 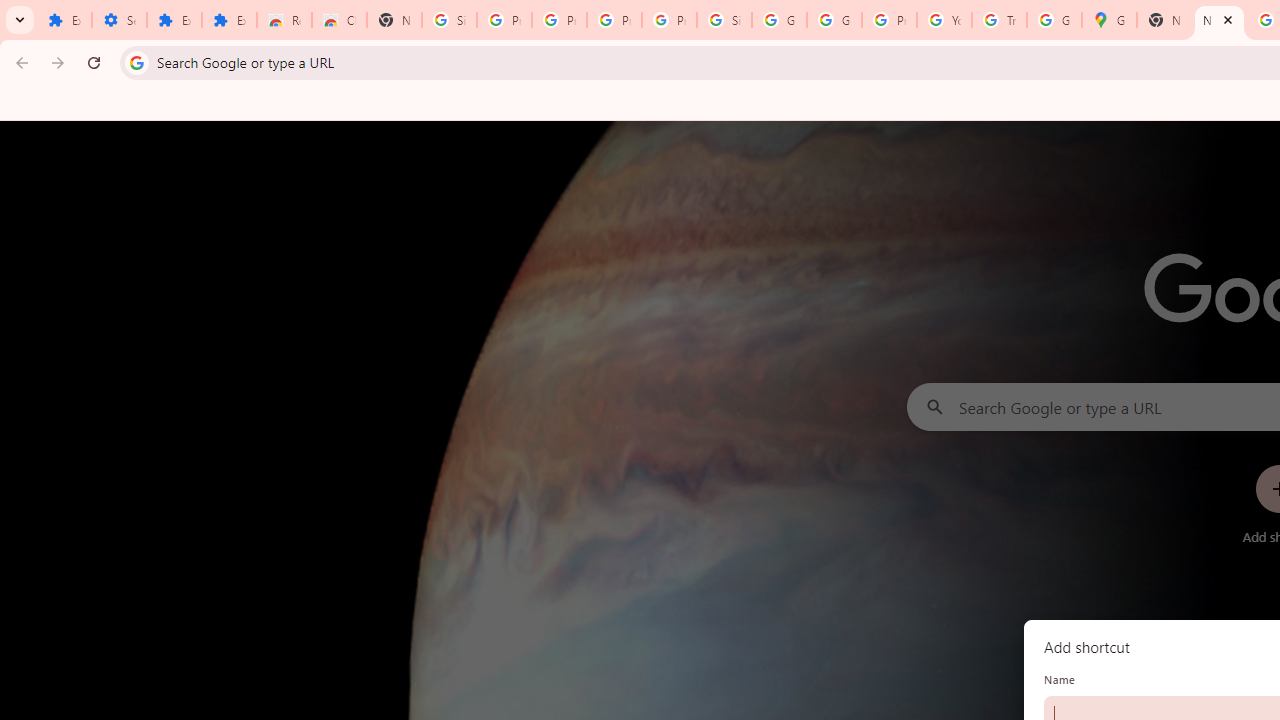 What do you see at coordinates (229, 20) in the screenshot?
I see `'Extensions'` at bounding box center [229, 20].